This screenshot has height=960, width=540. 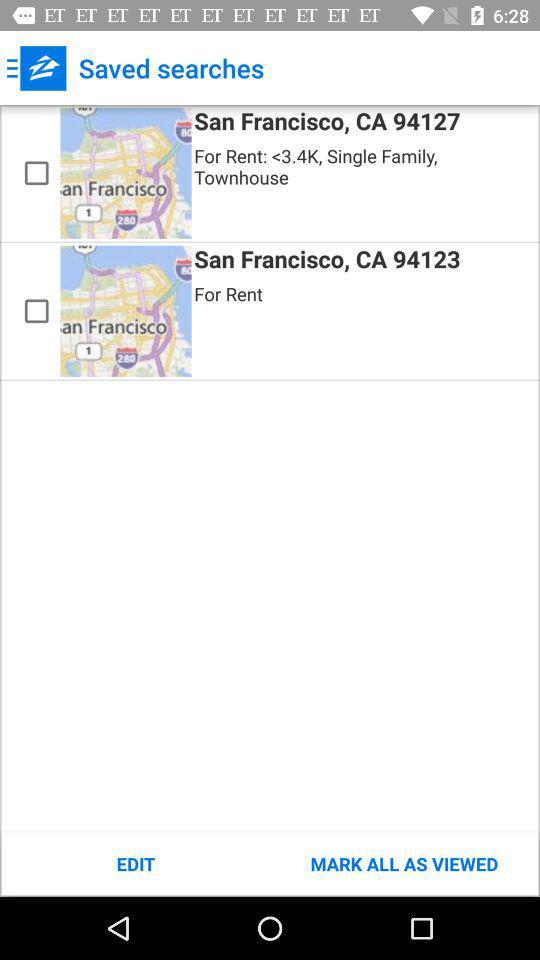 What do you see at coordinates (404, 863) in the screenshot?
I see `mark all as icon` at bounding box center [404, 863].